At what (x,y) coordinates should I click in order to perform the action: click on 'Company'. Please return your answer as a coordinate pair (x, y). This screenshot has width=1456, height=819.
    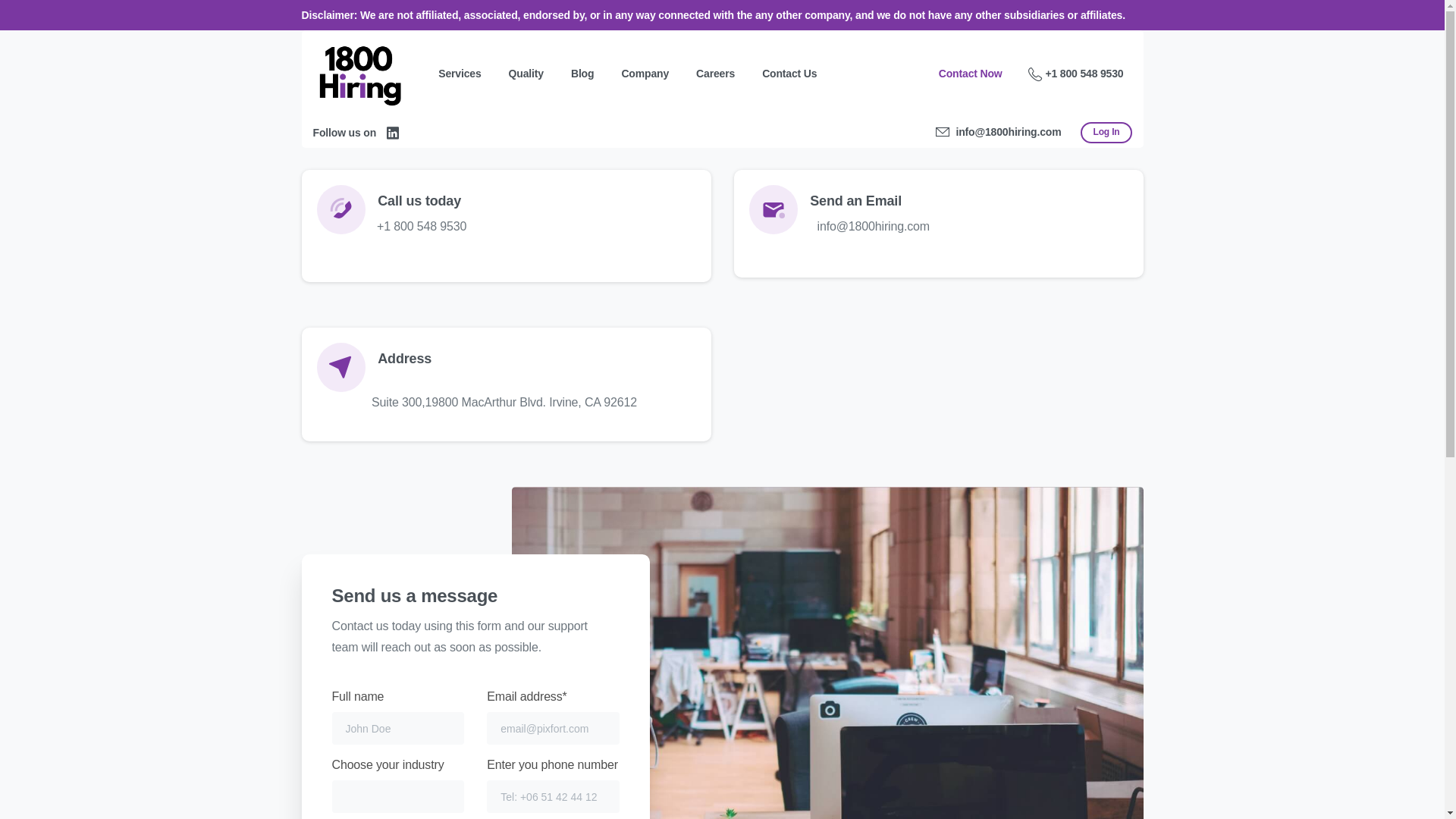
    Looking at the image, I should click on (645, 74).